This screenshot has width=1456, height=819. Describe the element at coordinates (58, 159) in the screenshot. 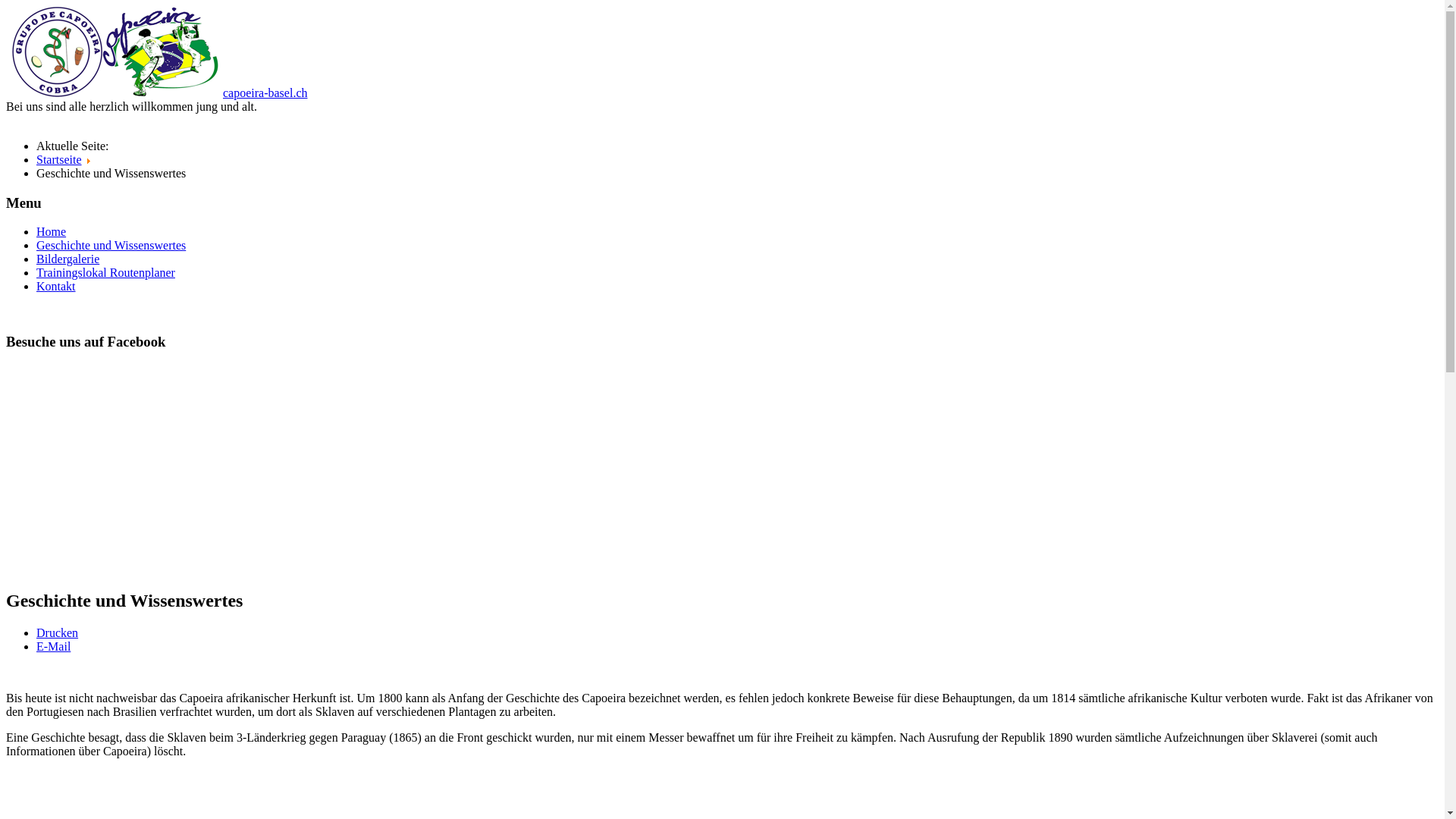

I see `'Startseite'` at that location.